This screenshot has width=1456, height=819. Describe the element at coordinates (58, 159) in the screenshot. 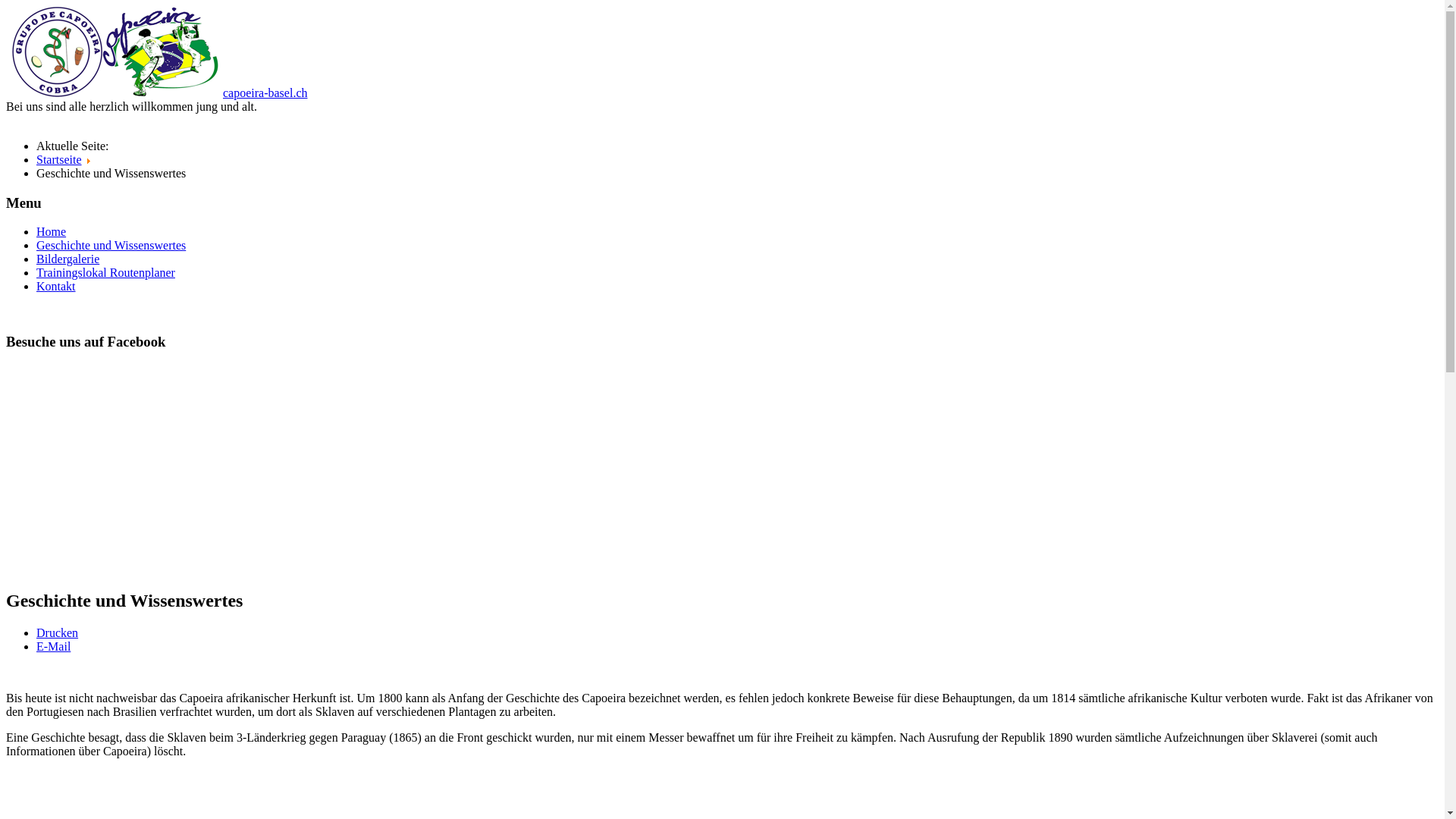

I see `'Startseite'` at that location.